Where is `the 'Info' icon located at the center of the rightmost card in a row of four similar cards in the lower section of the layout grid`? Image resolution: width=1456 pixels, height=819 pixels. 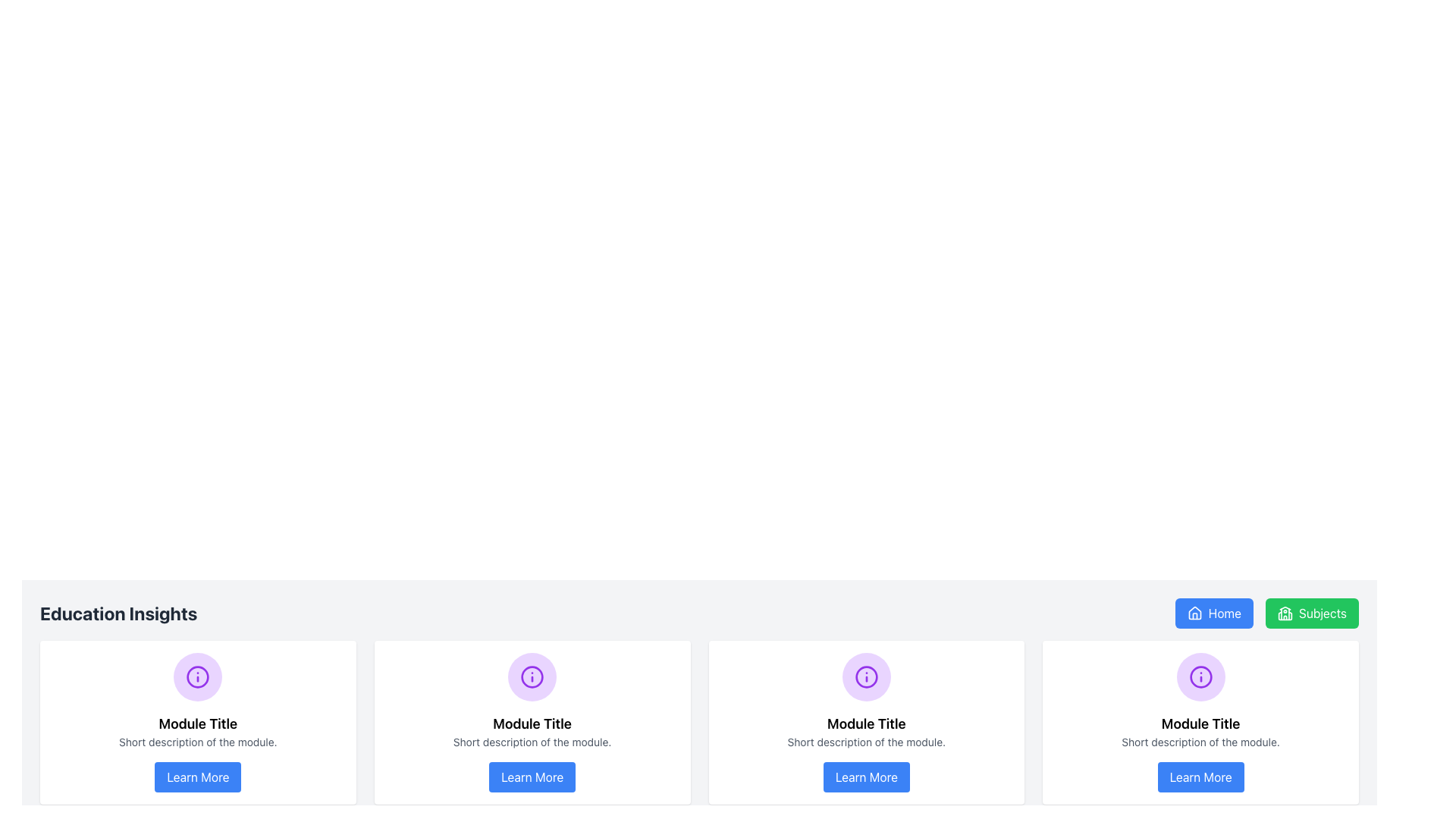 the 'Info' icon located at the center of the rightmost card in a row of four similar cards in the lower section of the layout grid is located at coordinates (866, 676).